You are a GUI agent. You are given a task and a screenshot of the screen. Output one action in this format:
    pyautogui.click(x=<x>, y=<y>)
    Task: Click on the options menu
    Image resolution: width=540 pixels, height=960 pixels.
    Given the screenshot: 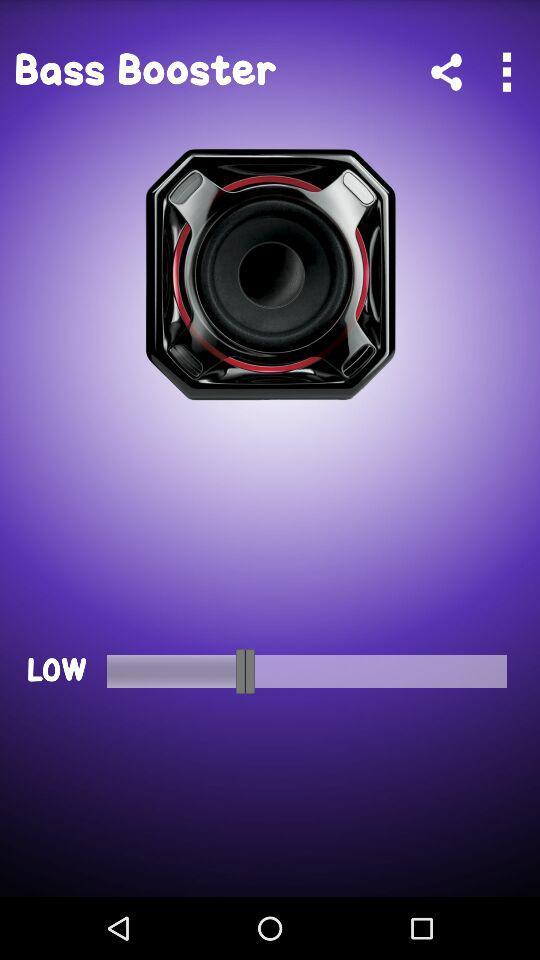 What is the action you would take?
    pyautogui.click(x=505, y=72)
    